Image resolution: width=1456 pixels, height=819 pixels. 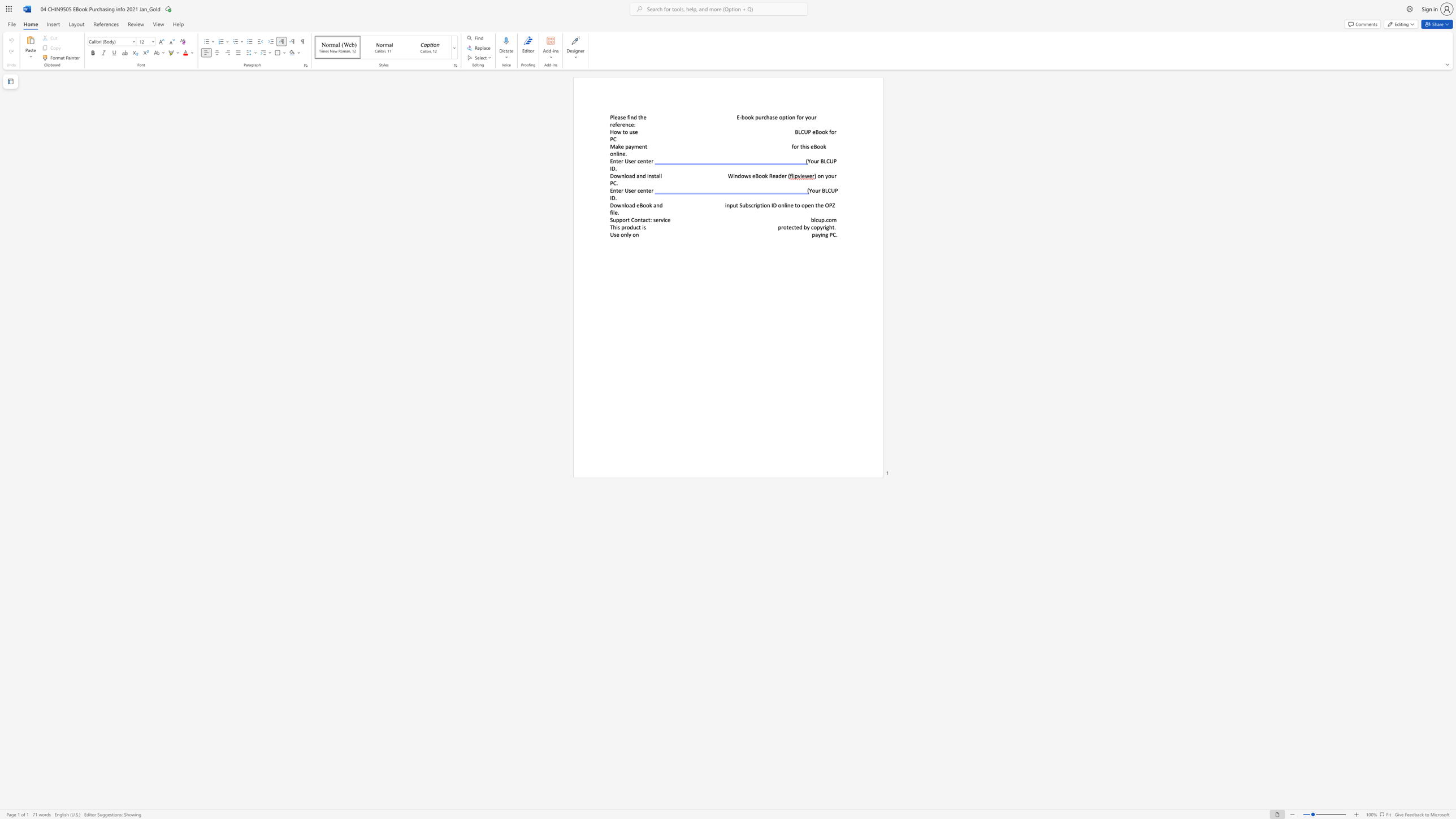 What do you see at coordinates (634, 227) in the screenshot?
I see `the 1th character "u" in the text` at bounding box center [634, 227].